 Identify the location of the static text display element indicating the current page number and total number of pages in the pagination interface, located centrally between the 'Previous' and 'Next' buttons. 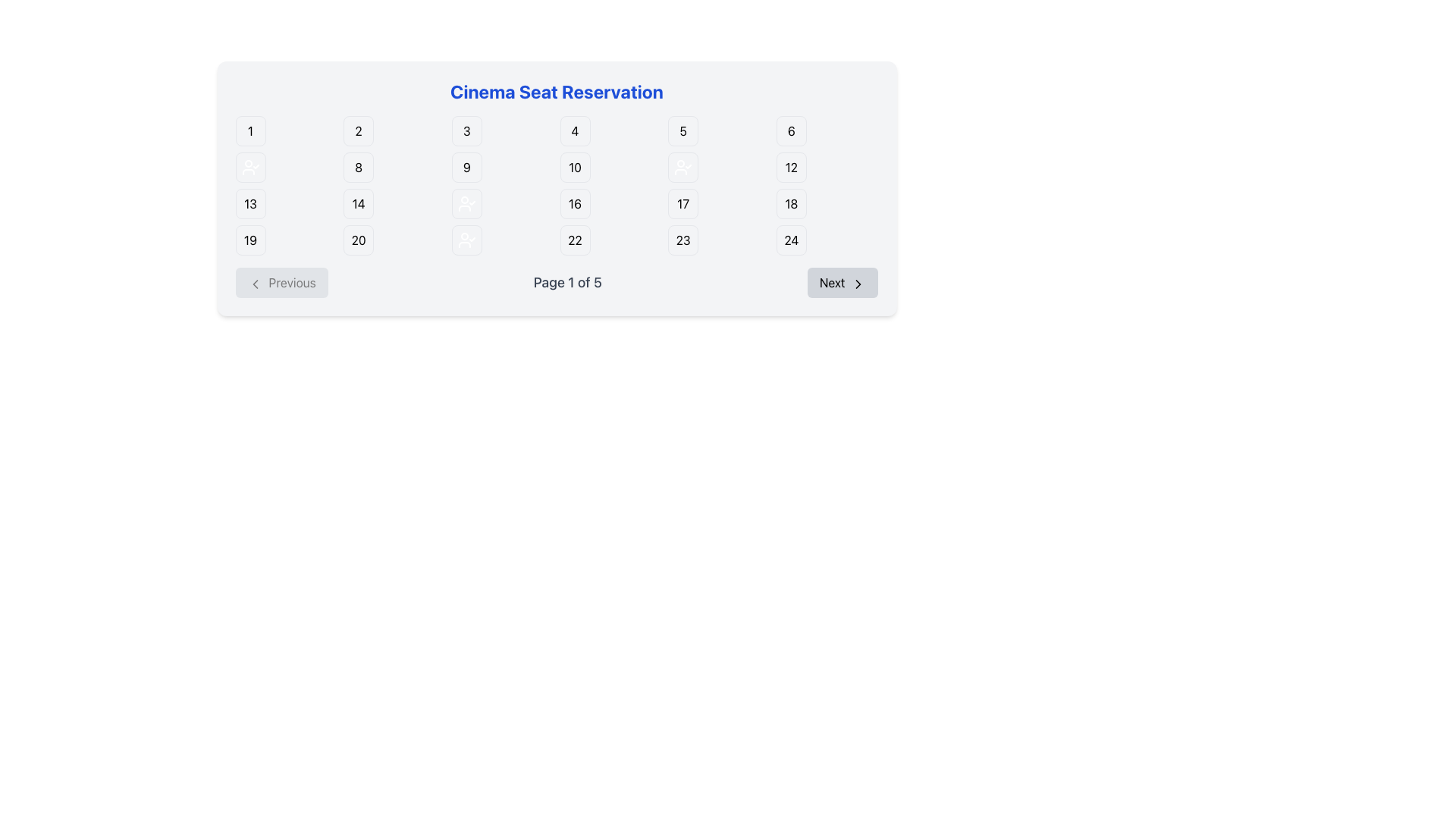
(566, 283).